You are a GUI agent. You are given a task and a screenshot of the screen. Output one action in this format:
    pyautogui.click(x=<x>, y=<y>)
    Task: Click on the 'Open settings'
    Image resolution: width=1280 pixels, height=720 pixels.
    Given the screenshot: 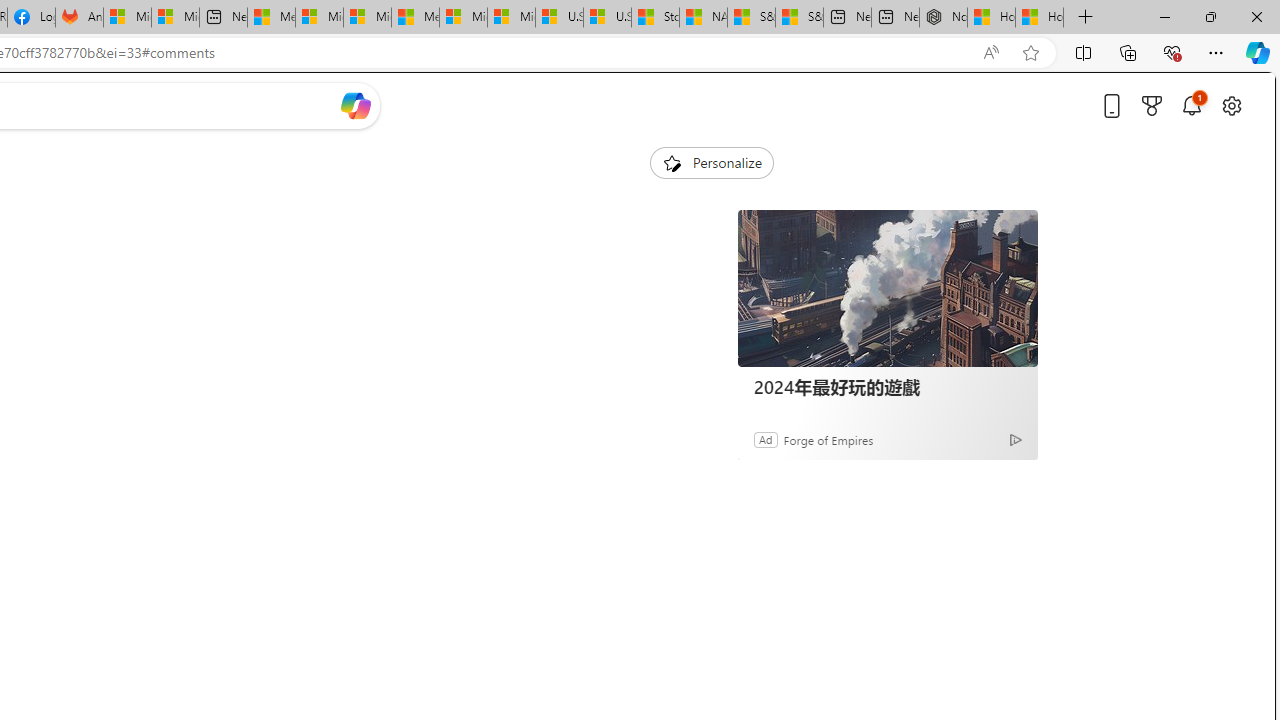 What is the action you would take?
    pyautogui.click(x=1231, y=105)
    